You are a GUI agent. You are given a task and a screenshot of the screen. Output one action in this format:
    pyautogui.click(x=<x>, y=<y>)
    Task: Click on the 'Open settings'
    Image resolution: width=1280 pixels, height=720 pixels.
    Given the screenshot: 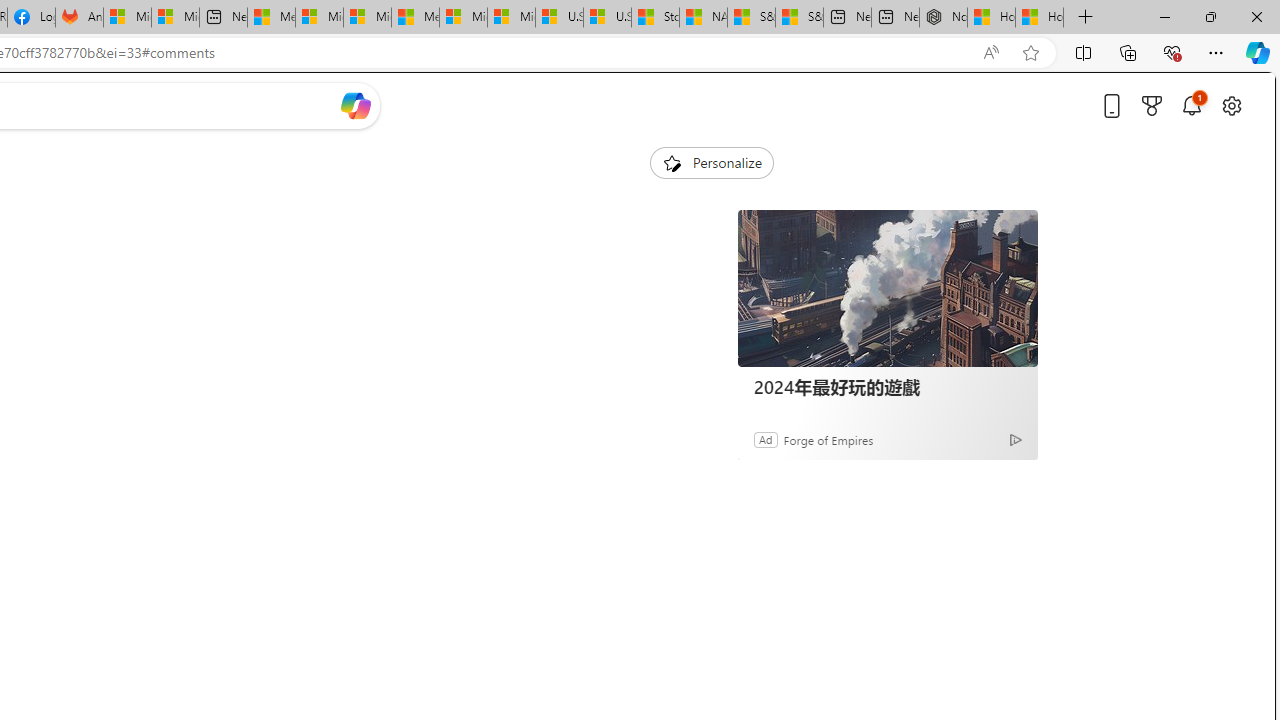 What is the action you would take?
    pyautogui.click(x=1231, y=105)
    